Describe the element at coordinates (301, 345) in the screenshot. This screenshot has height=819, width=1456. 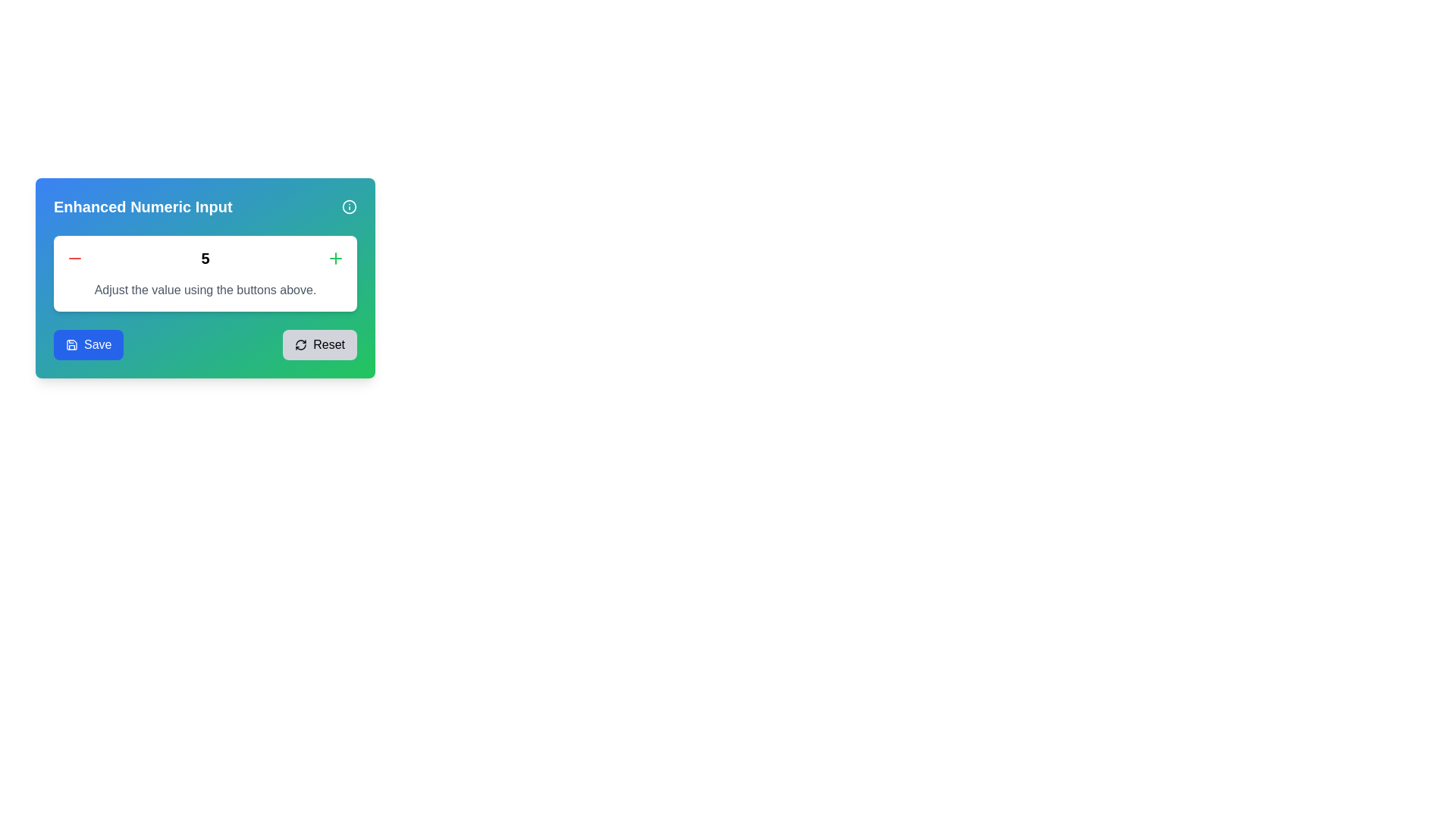
I see `the 'Reset' button which contains a refresh icon with two arrows in a circular arrangement` at that location.